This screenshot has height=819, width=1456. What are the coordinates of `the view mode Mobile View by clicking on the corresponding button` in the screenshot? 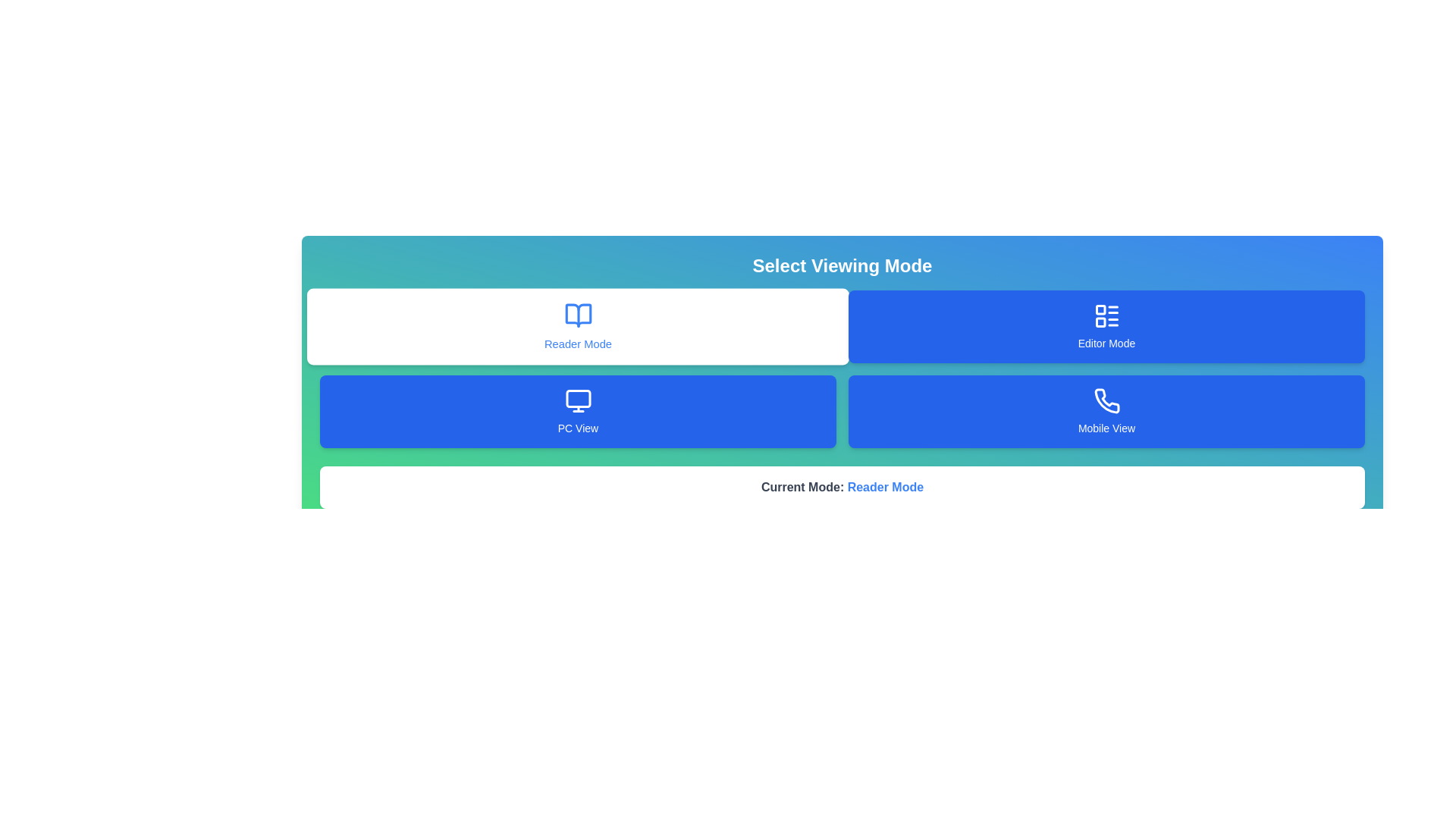 It's located at (1106, 412).